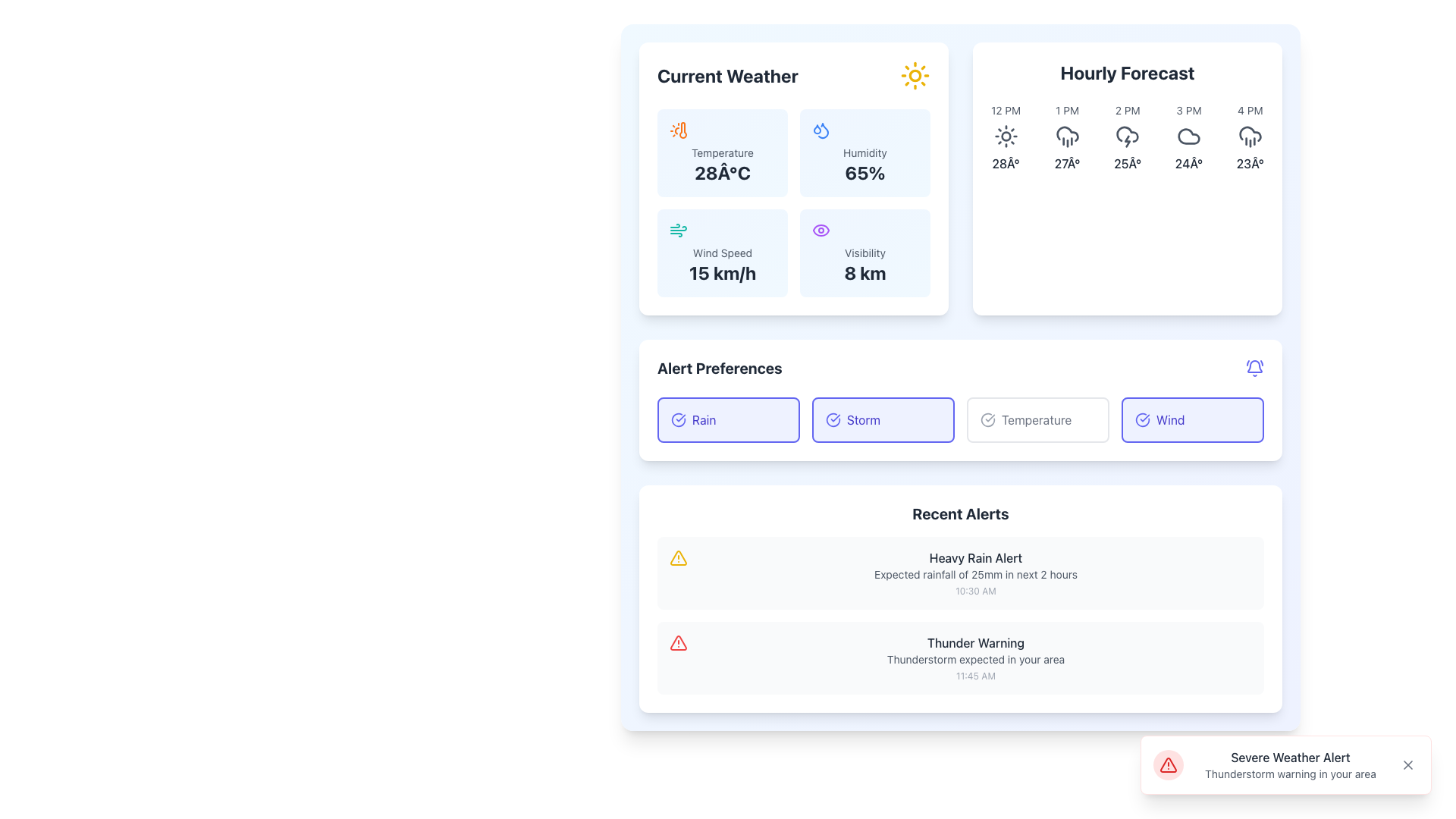 This screenshot has width=1456, height=819. What do you see at coordinates (960, 657) in the screenshot?
I see `the Notification Card icon` at bounding box center [960, 657].